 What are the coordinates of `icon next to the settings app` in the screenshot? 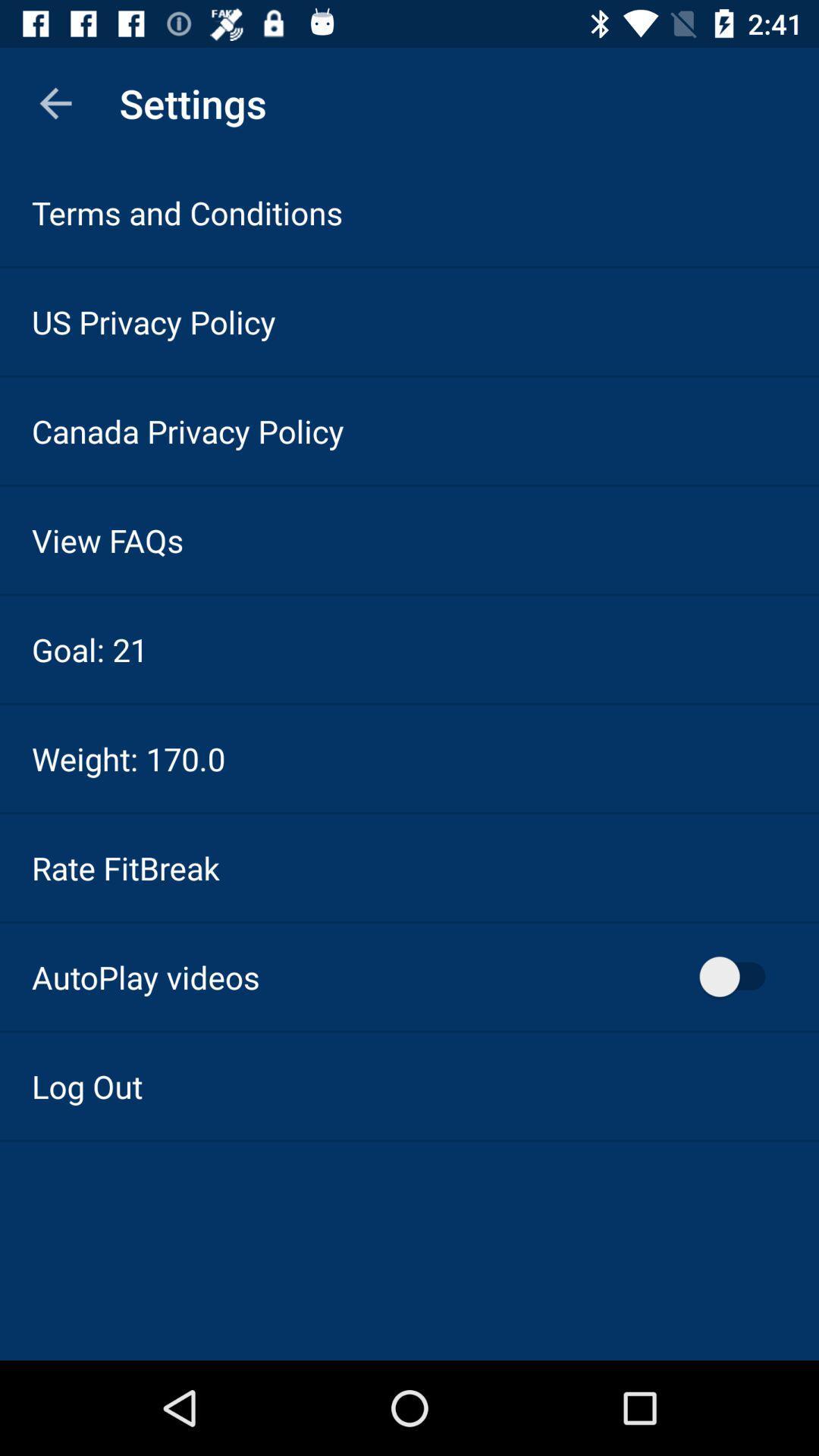 It's located at (55, 102).